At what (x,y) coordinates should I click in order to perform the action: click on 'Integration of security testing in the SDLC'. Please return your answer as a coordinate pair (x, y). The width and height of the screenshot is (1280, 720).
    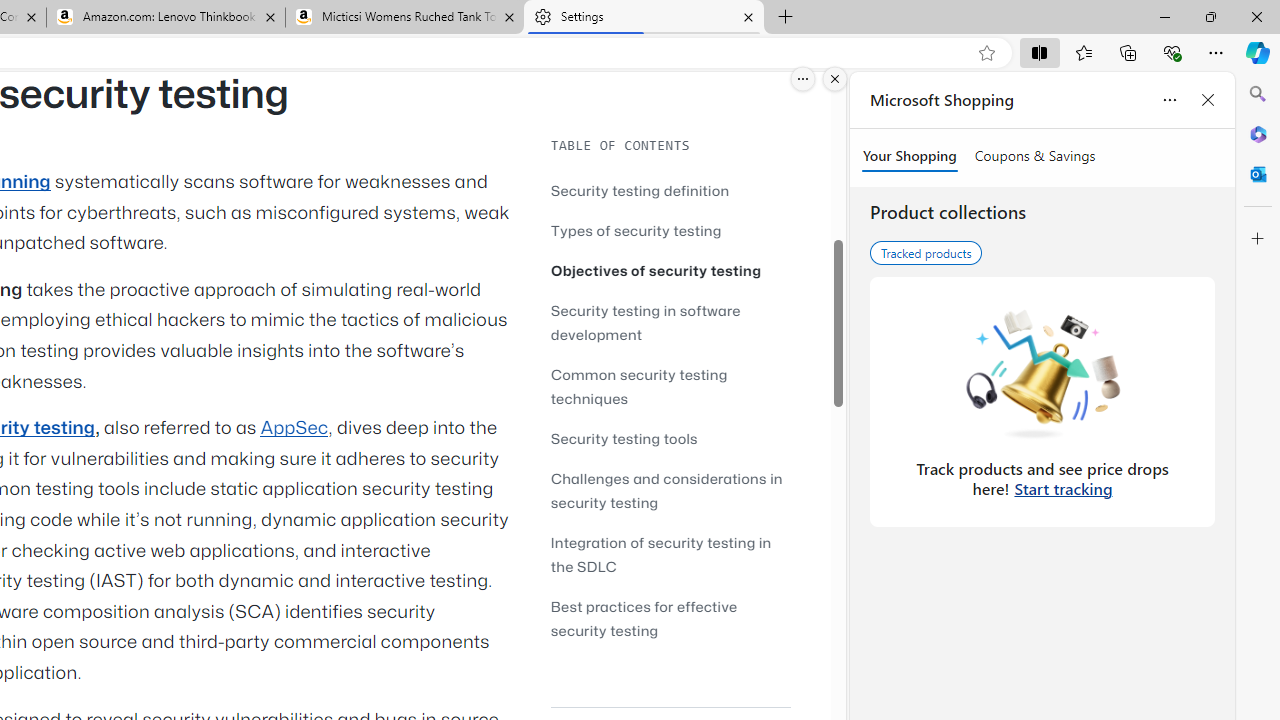
    Looking at the image, I should click on (670, 554).